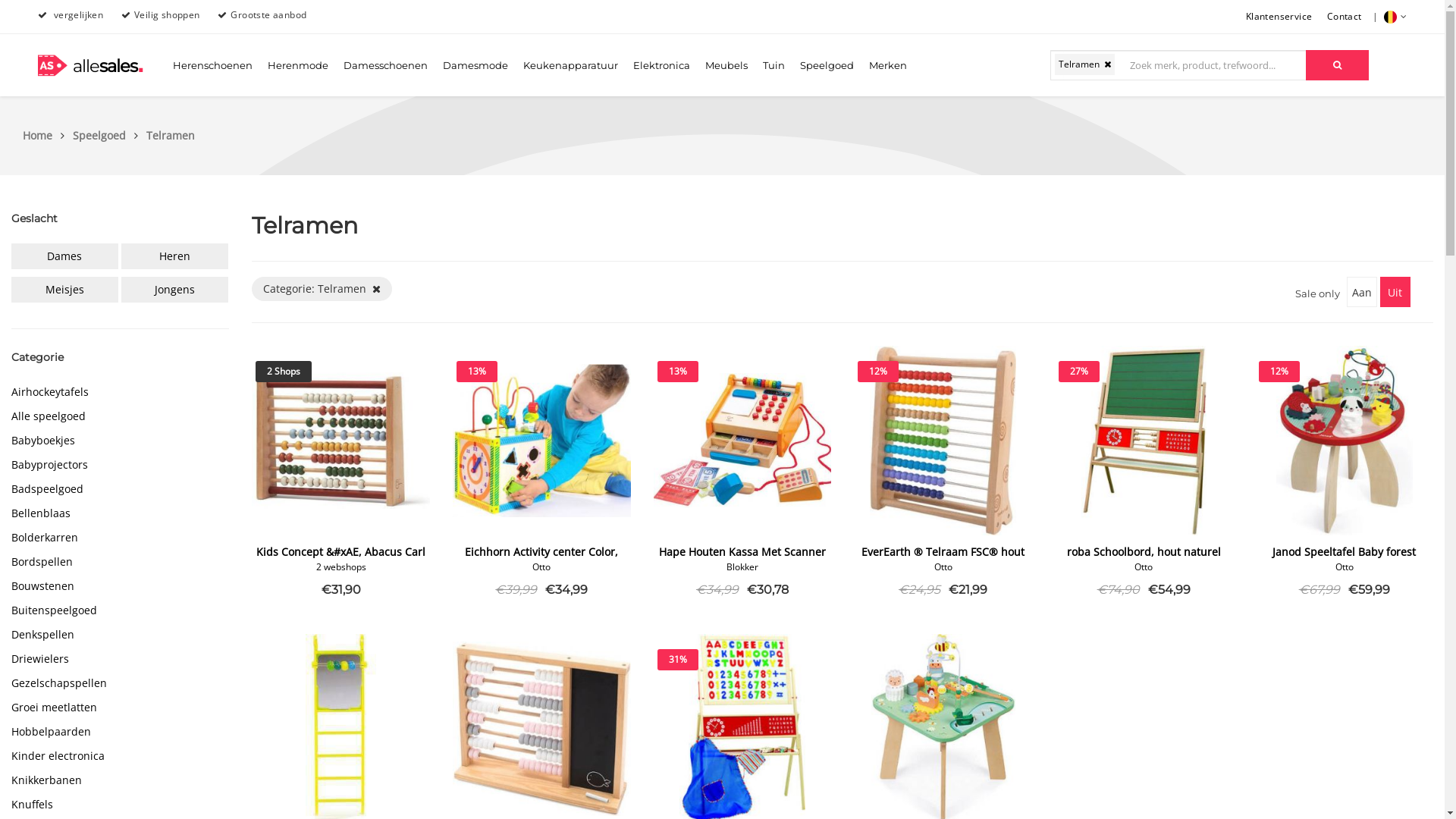  Describe the element at coordinates (661, 64) in the screenshot. I see `'Elektronica'` at that location.